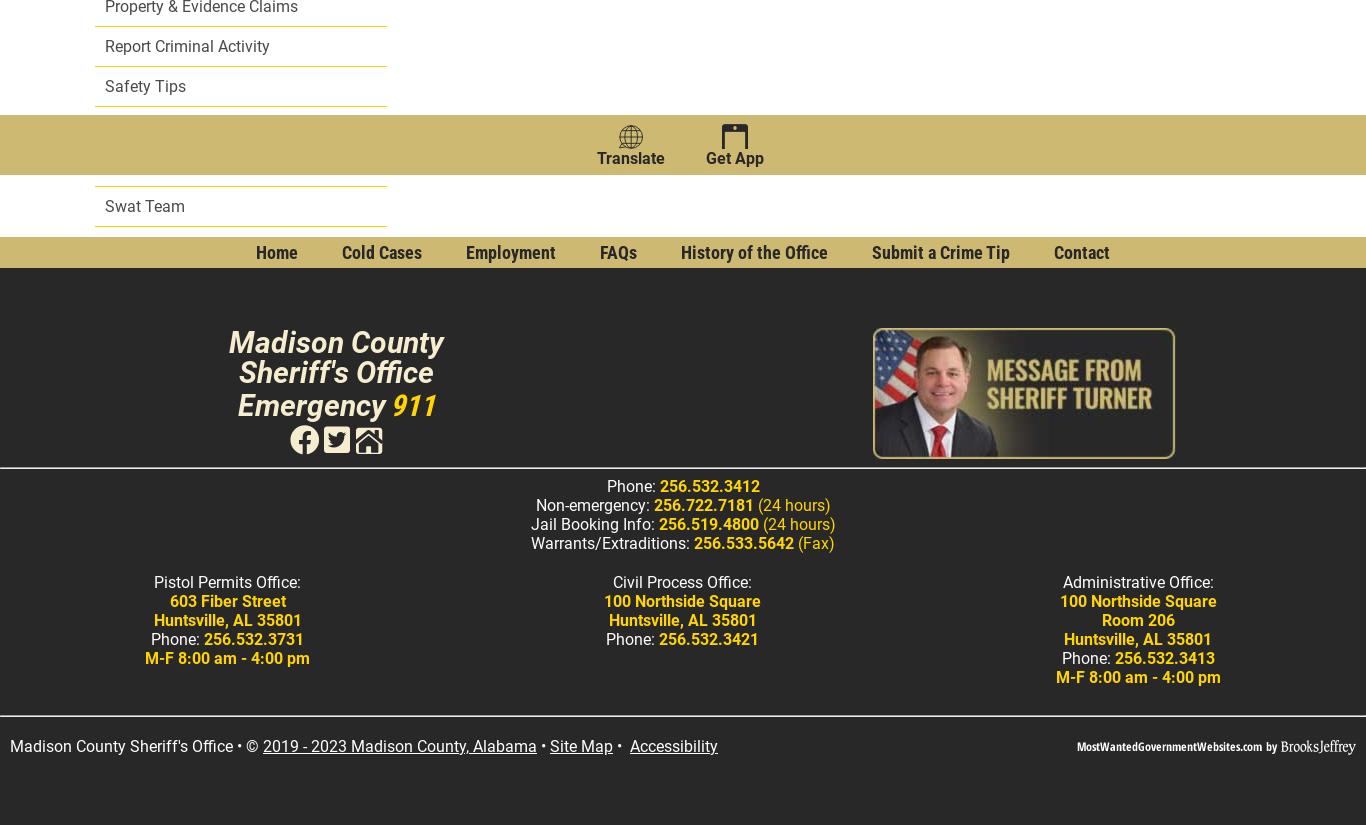  What do you see at coordinates (754, 252) in the screenshot?
I see `'History of the Office'` at bounding box center [754, 252].